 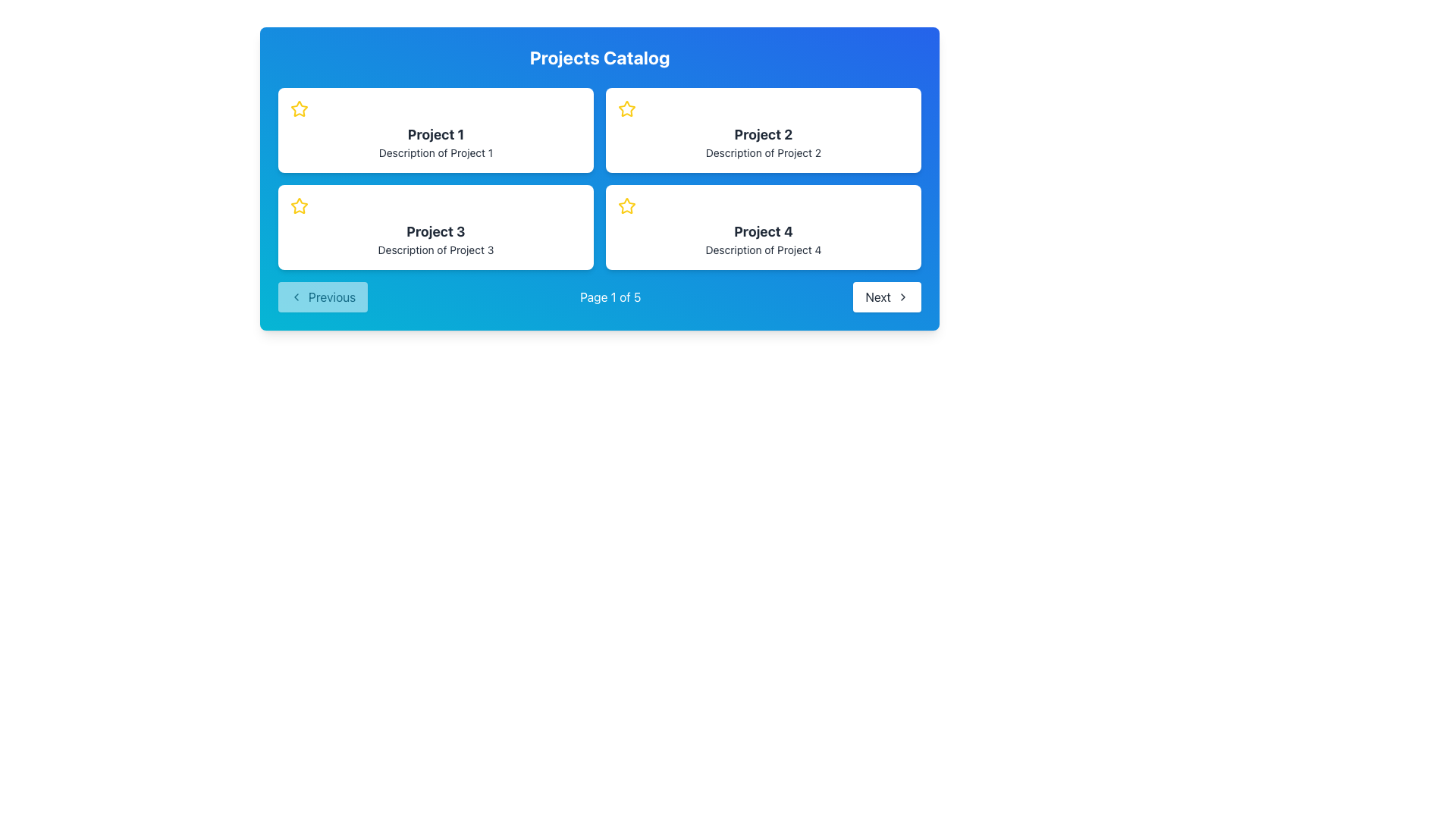 I want to click on the Text Label that serves as the title or name identifier for the project, located in the first column of the second row in a 2x2 grid layout, so click(x=435, y=231).